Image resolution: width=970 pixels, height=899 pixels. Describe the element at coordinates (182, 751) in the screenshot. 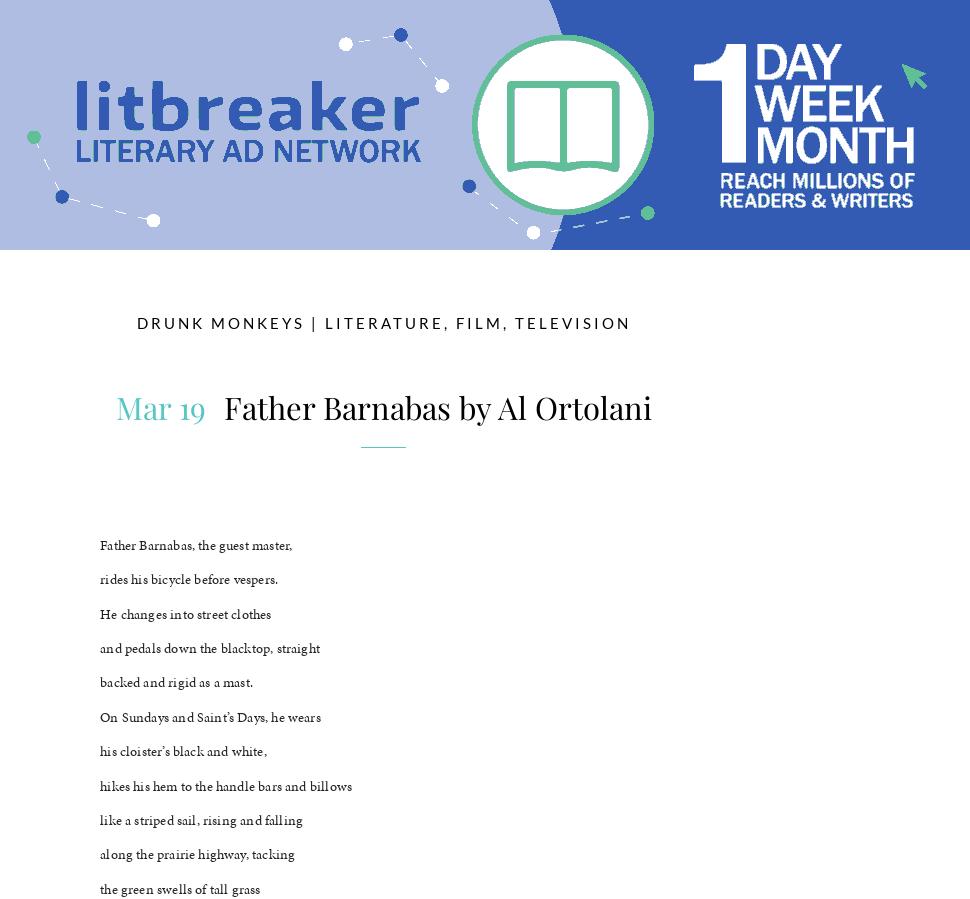

I see `'his cloister’s black and white,'` at that location.